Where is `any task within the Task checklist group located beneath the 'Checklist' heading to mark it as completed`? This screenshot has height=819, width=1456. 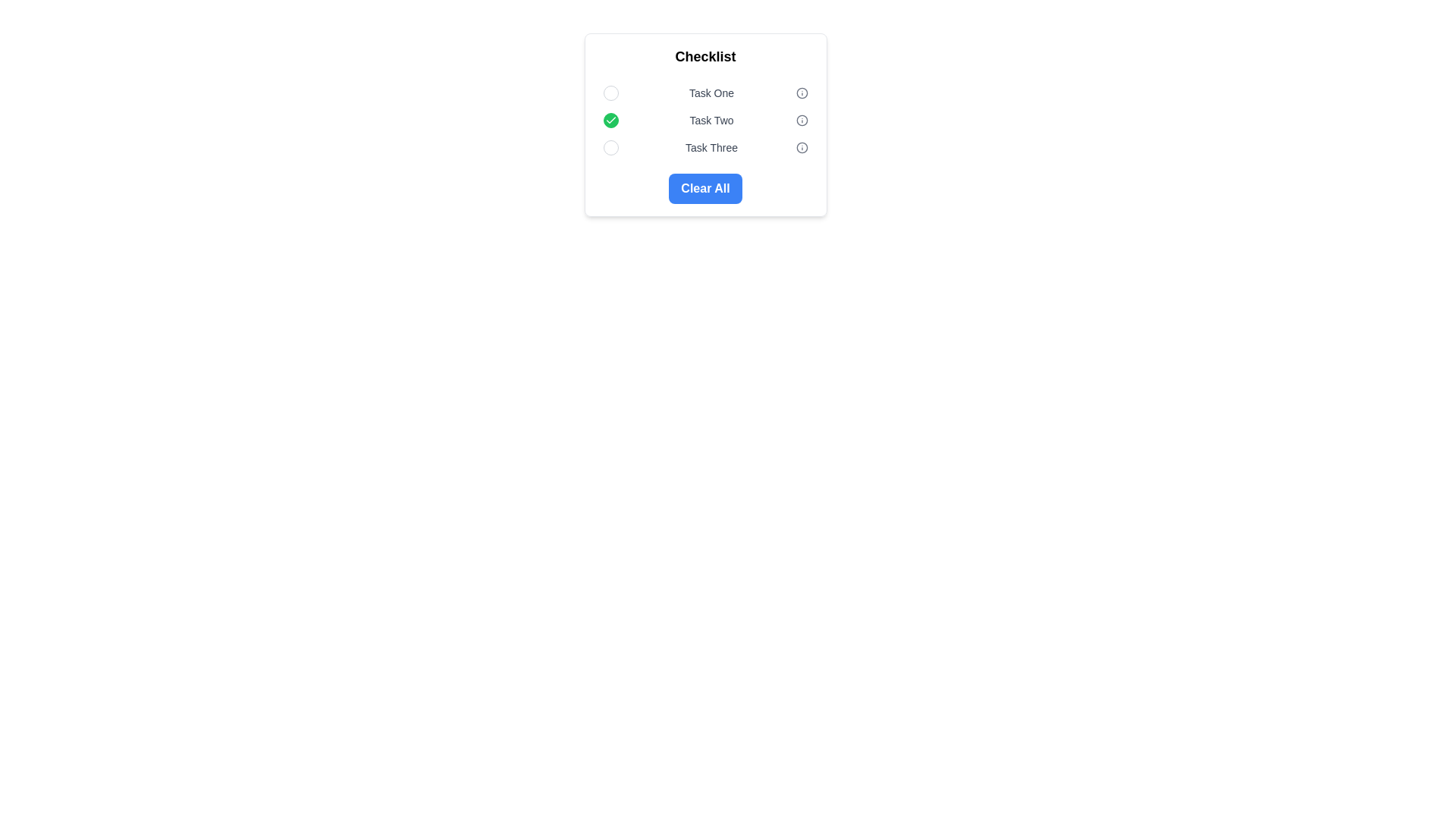
any task within the Task checklist group located beneath the 'Checklist' heading to mark it as completed is located at coordinates (704, 119).